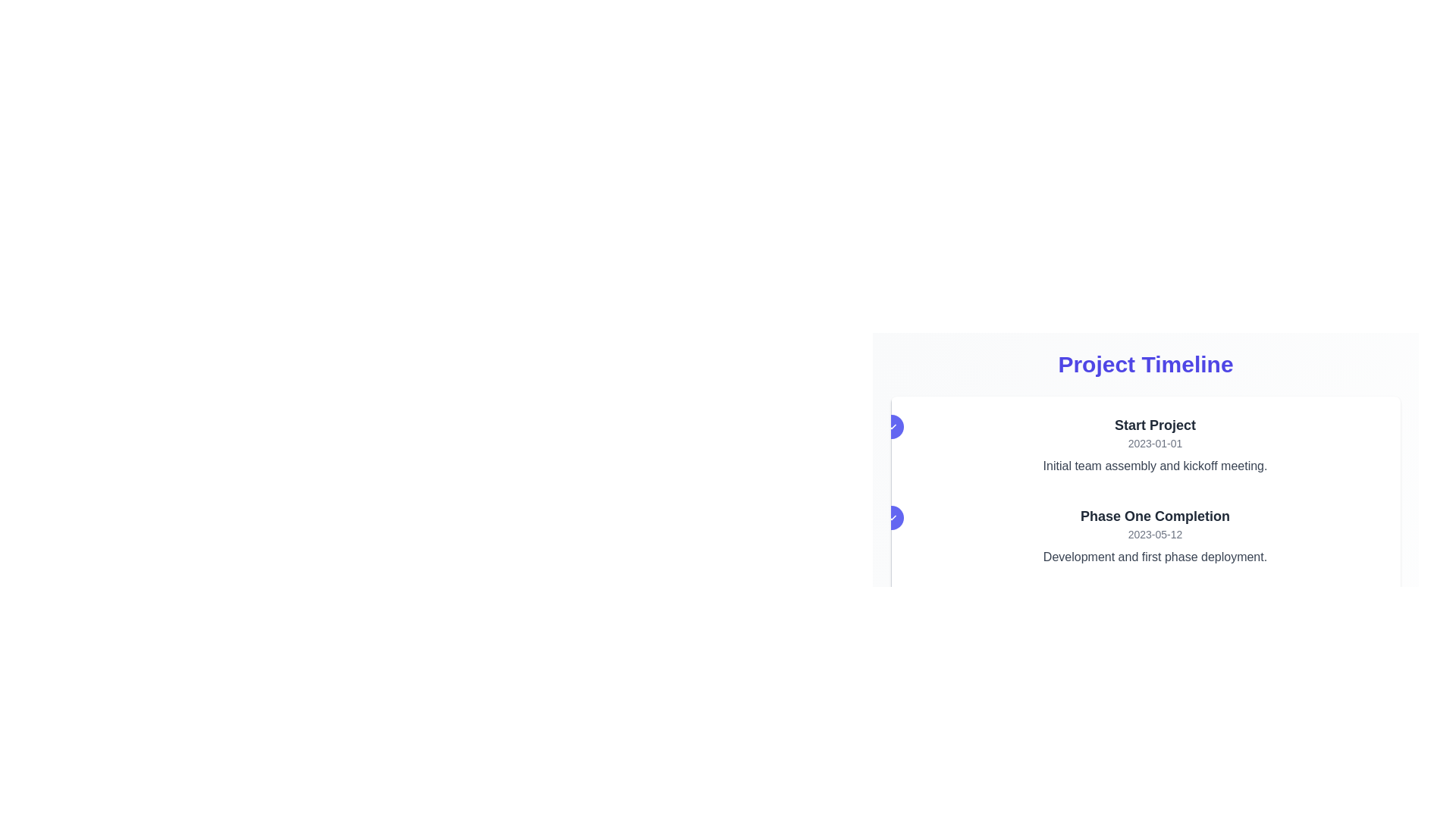 This screenshot has height=819, width=1456. I want to click on the button, so click(892, 516).